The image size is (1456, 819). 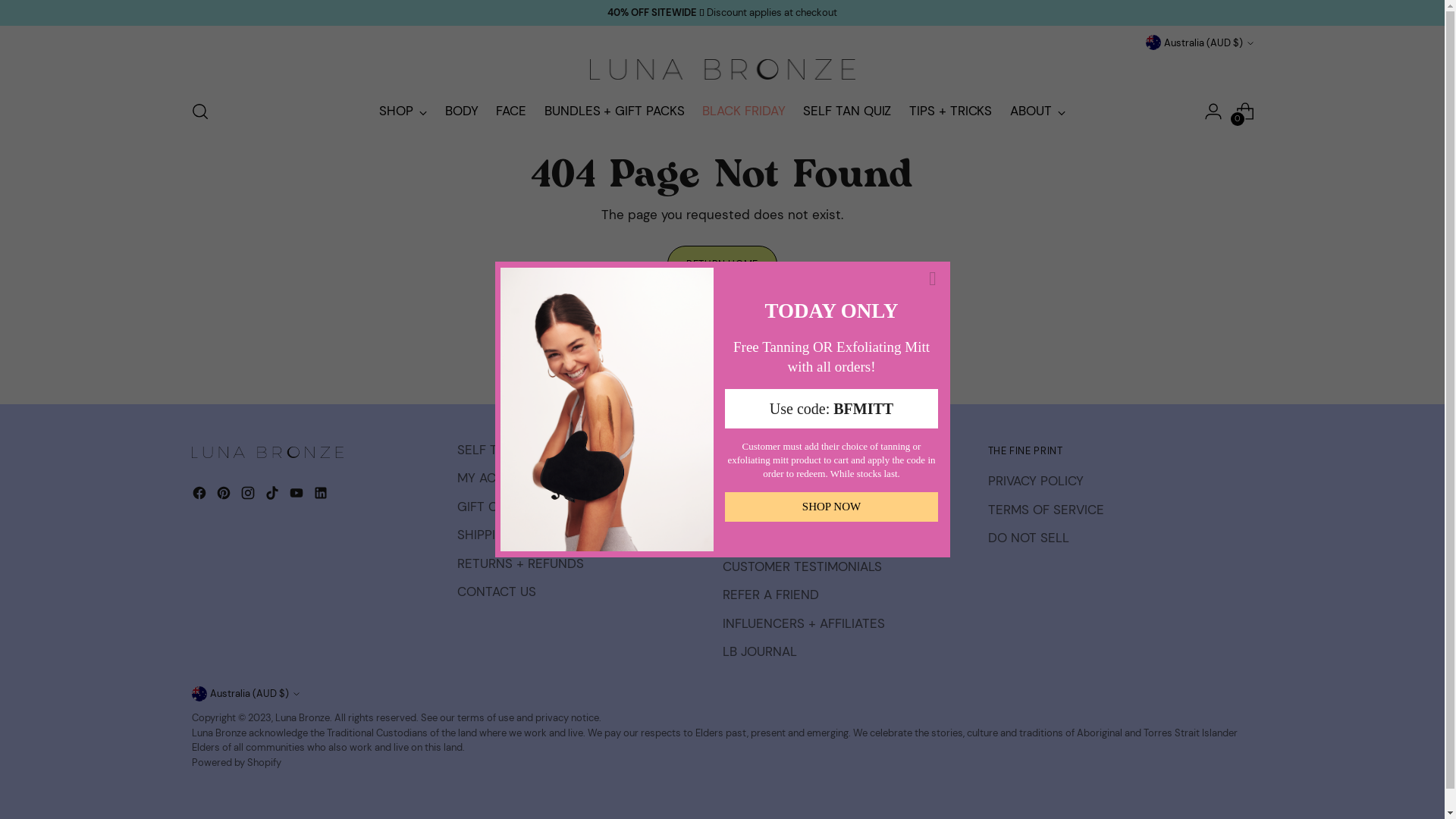 I want to click on 'SHIPPING', so click(x=484, y=534).